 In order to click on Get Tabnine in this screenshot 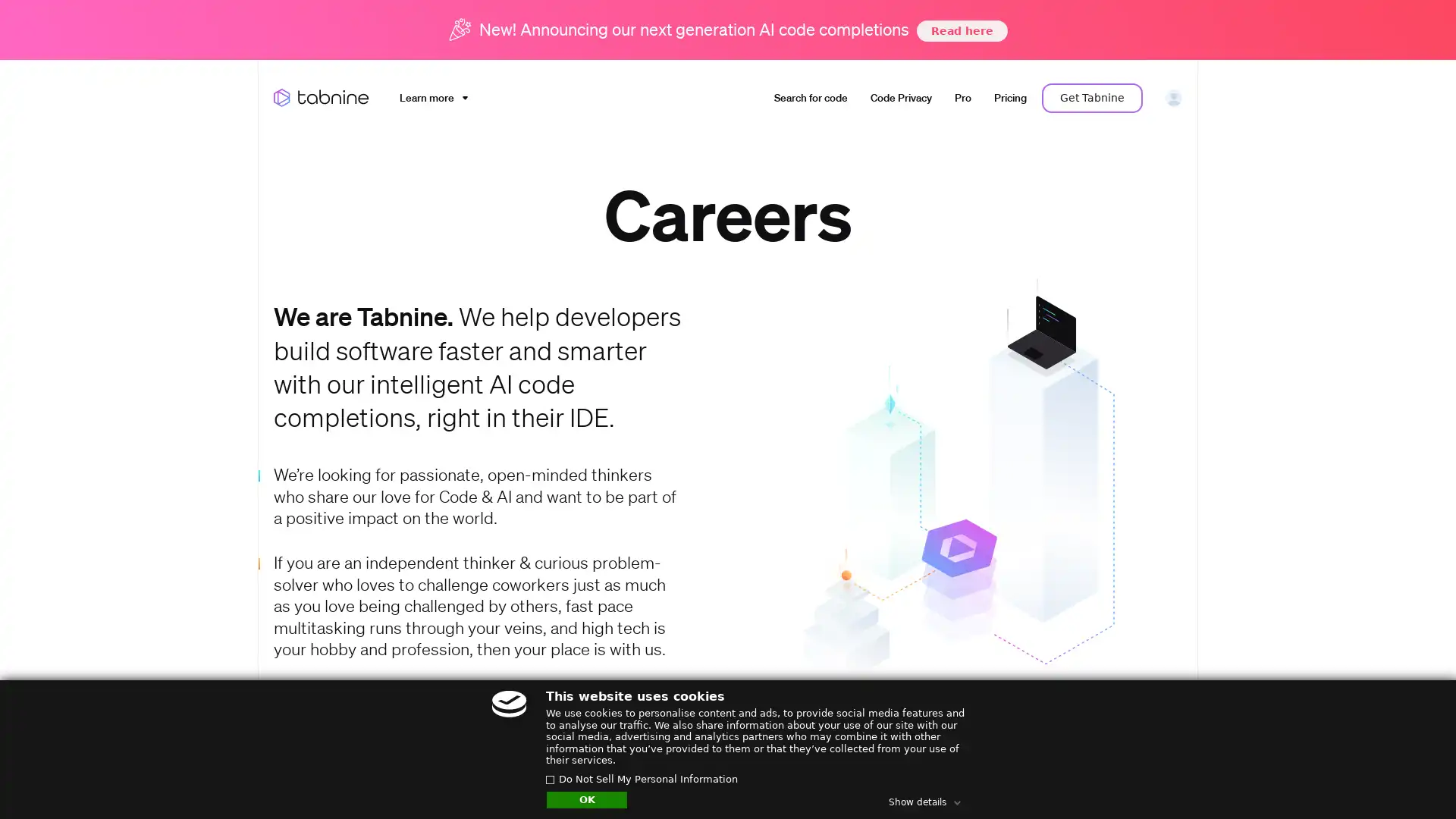, I will do `click(1092, 97)`.